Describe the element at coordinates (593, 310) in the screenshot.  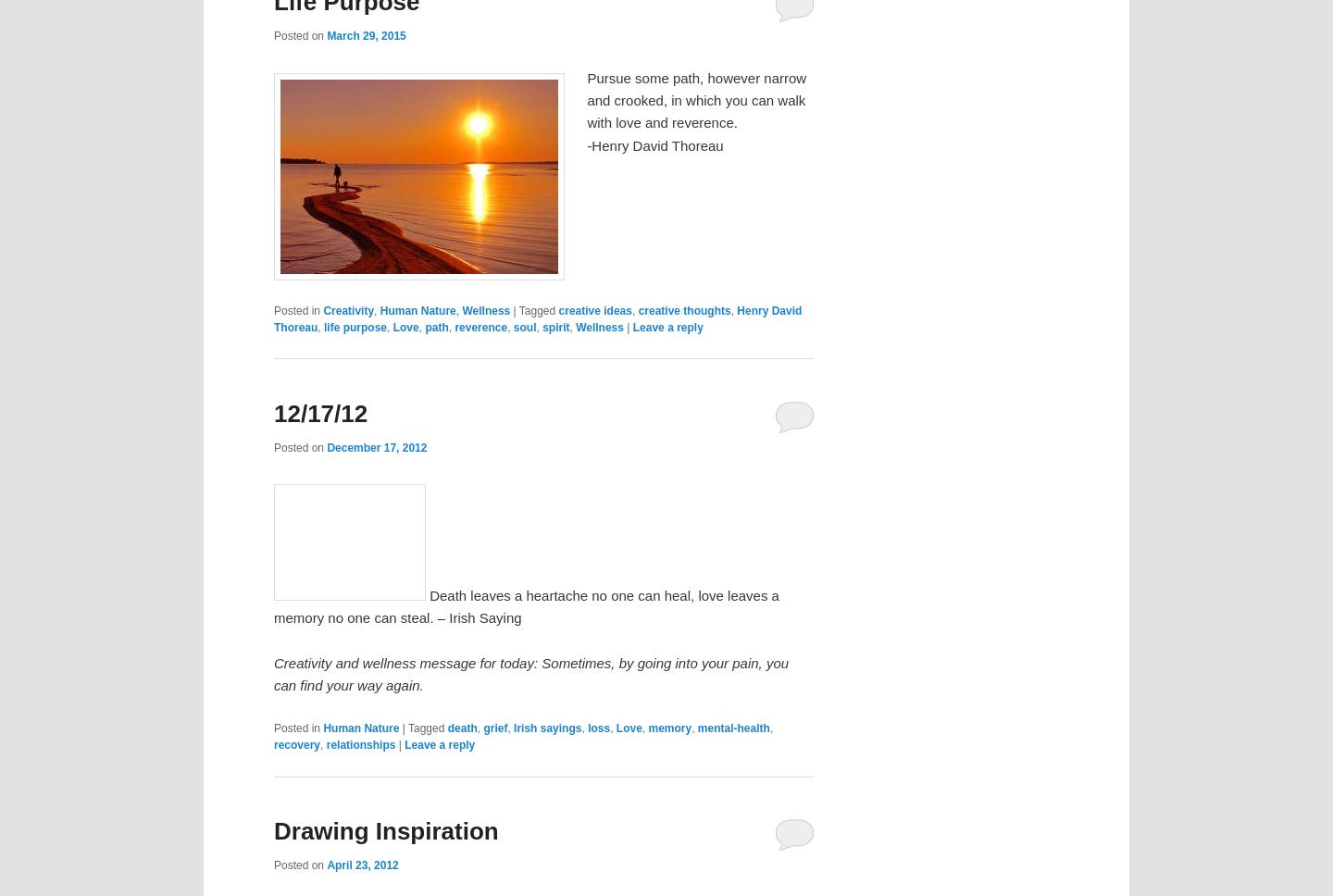
I see `'creative ideas'` at that location.